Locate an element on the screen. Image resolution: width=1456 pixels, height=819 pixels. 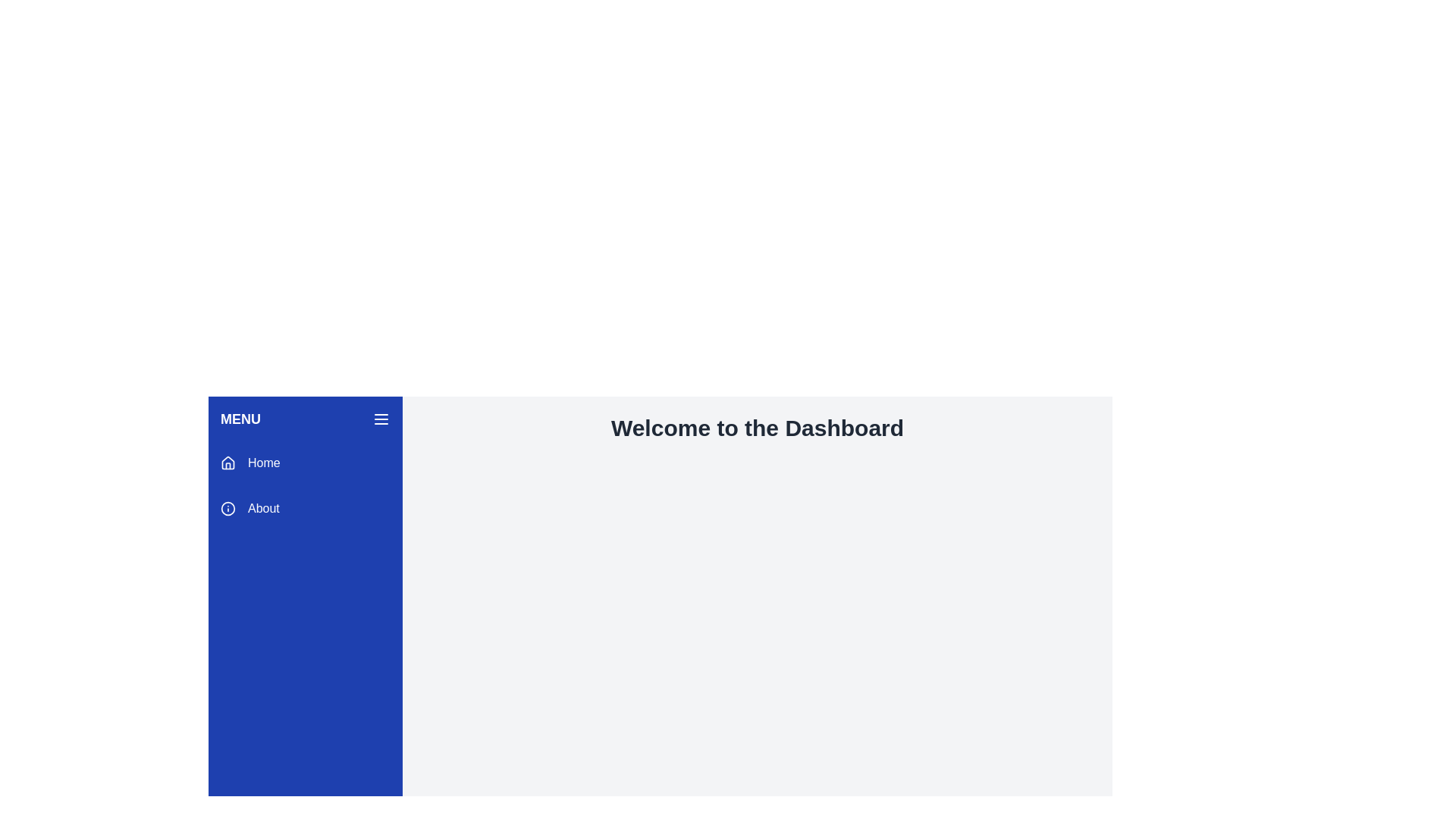
the 'Home' icon in the sidebar menu, which is represented by a house symbol with a triangular roof and square base is located at coordinates (227, 461).